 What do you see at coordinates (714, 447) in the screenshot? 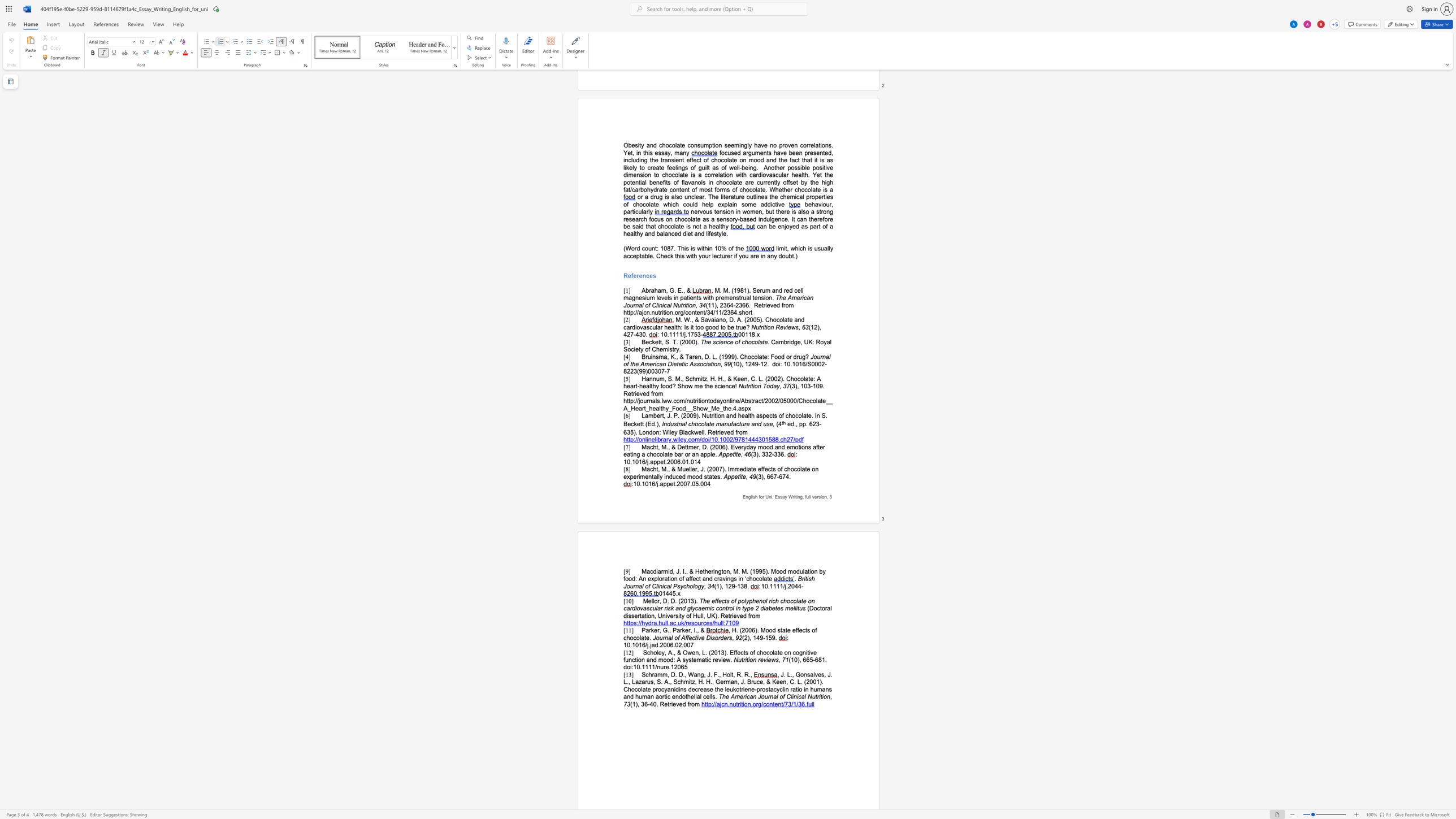
I see `the space between the continuous character "2" and "0" in the text` at bounding box center [714, 447].